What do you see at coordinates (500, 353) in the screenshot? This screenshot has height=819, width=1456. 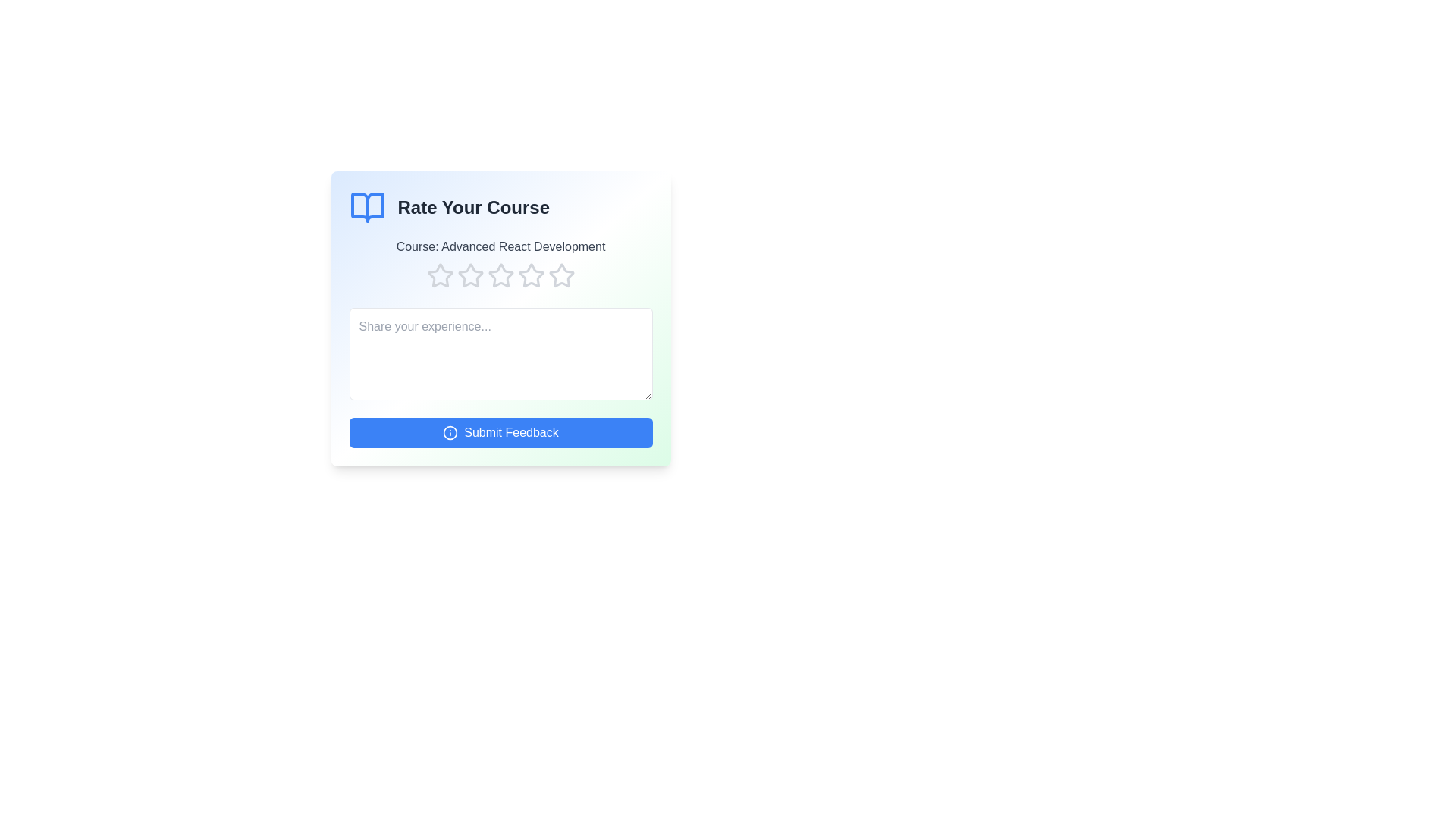 I see `the text area and type the feedback text` at bounding box center [500, 353].